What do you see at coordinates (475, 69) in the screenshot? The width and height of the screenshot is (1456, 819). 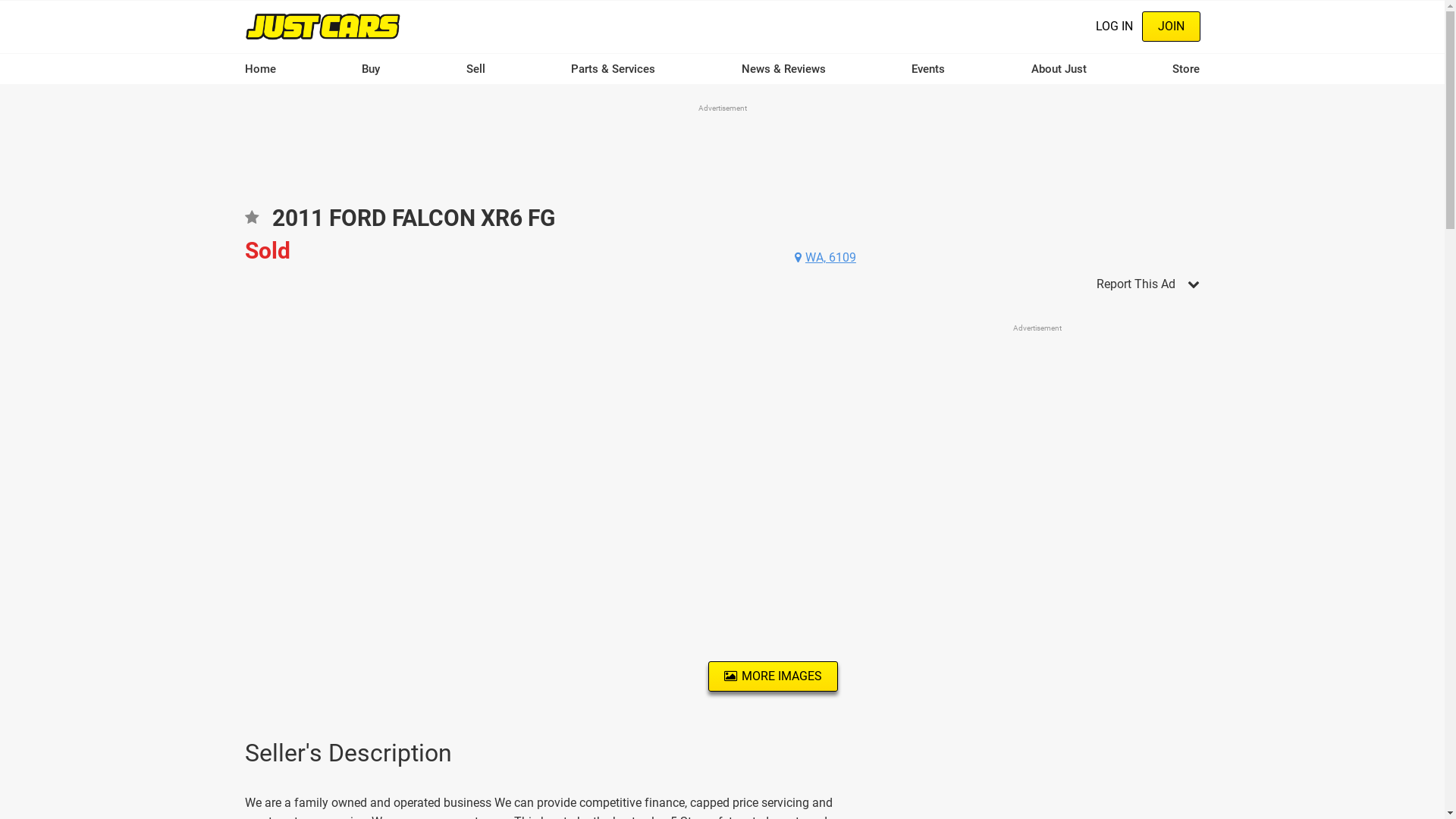 I see `'Sell'` at bounding box center [475, 69].